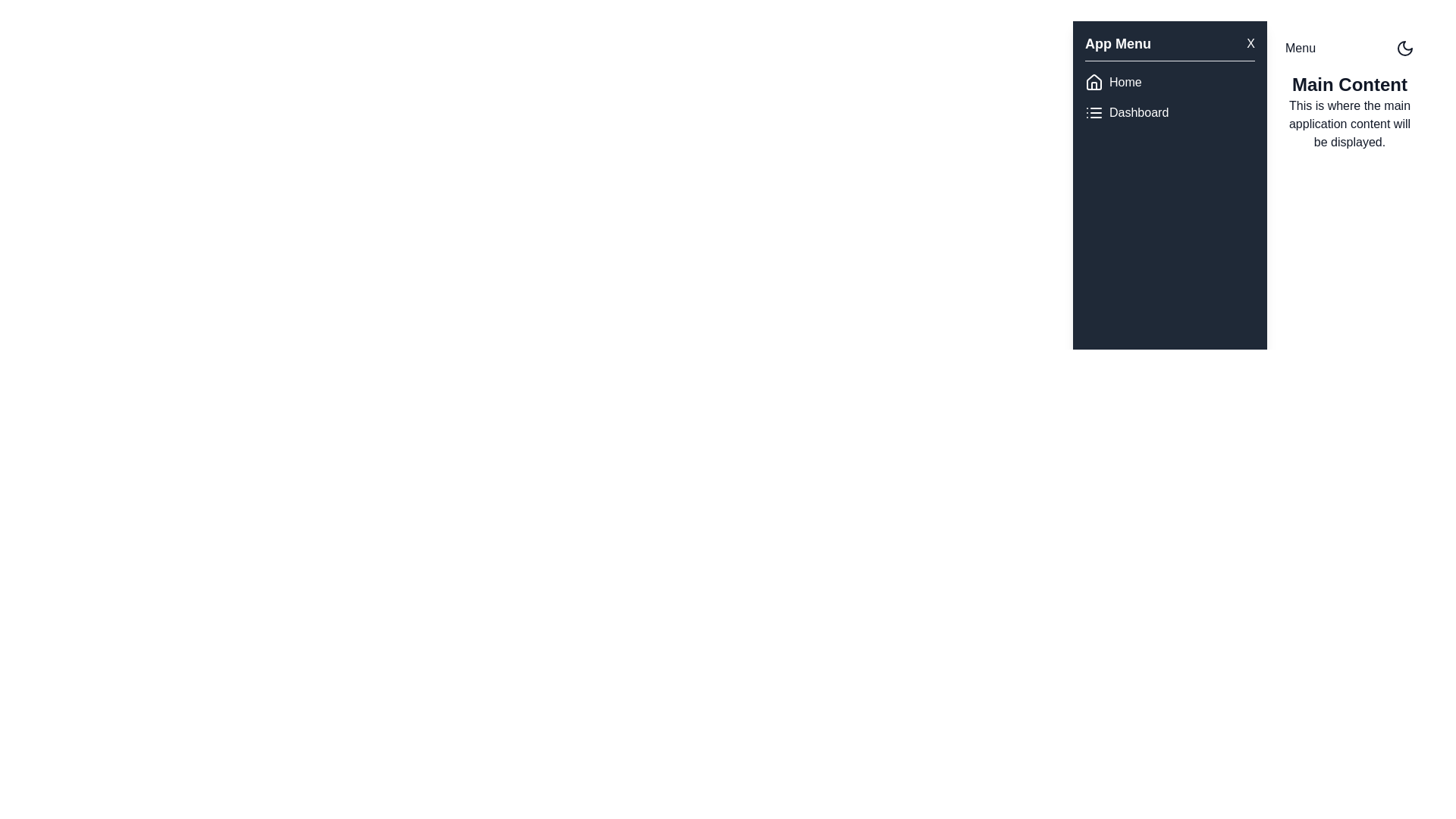 The height and width of the screenshot is (819, 1456). What do you see at coordinates (1118, 42) in the screenshot?
I see `the 'App Menu' label, which is styled with bold and large font, located at the top left of the dark-colored sidebar header` at bounding box center [1118, 42].